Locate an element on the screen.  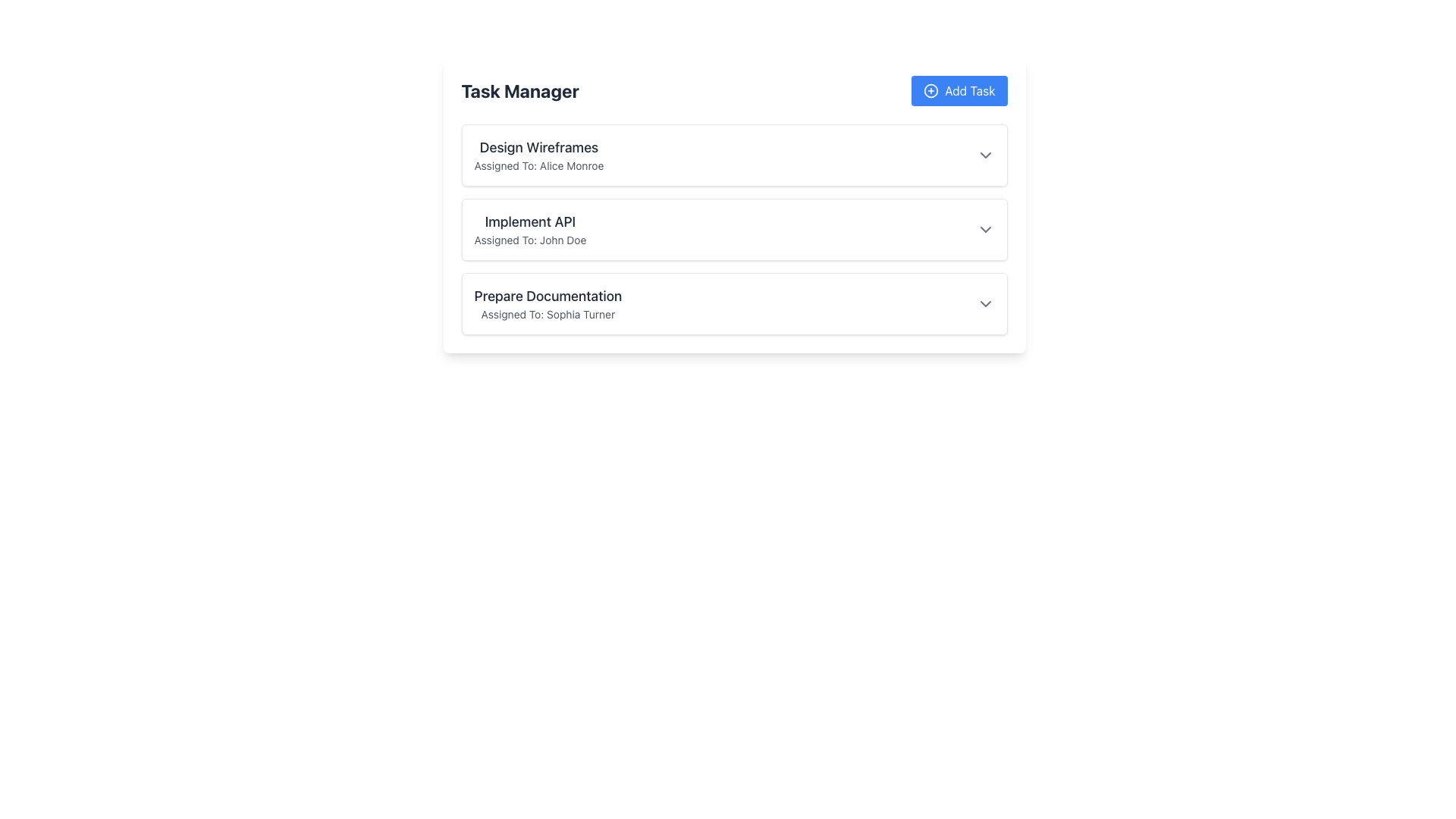
the toggle icon button at the far-right end of the 'Design Wireframes' task entry is located at coordinates (985, 155).